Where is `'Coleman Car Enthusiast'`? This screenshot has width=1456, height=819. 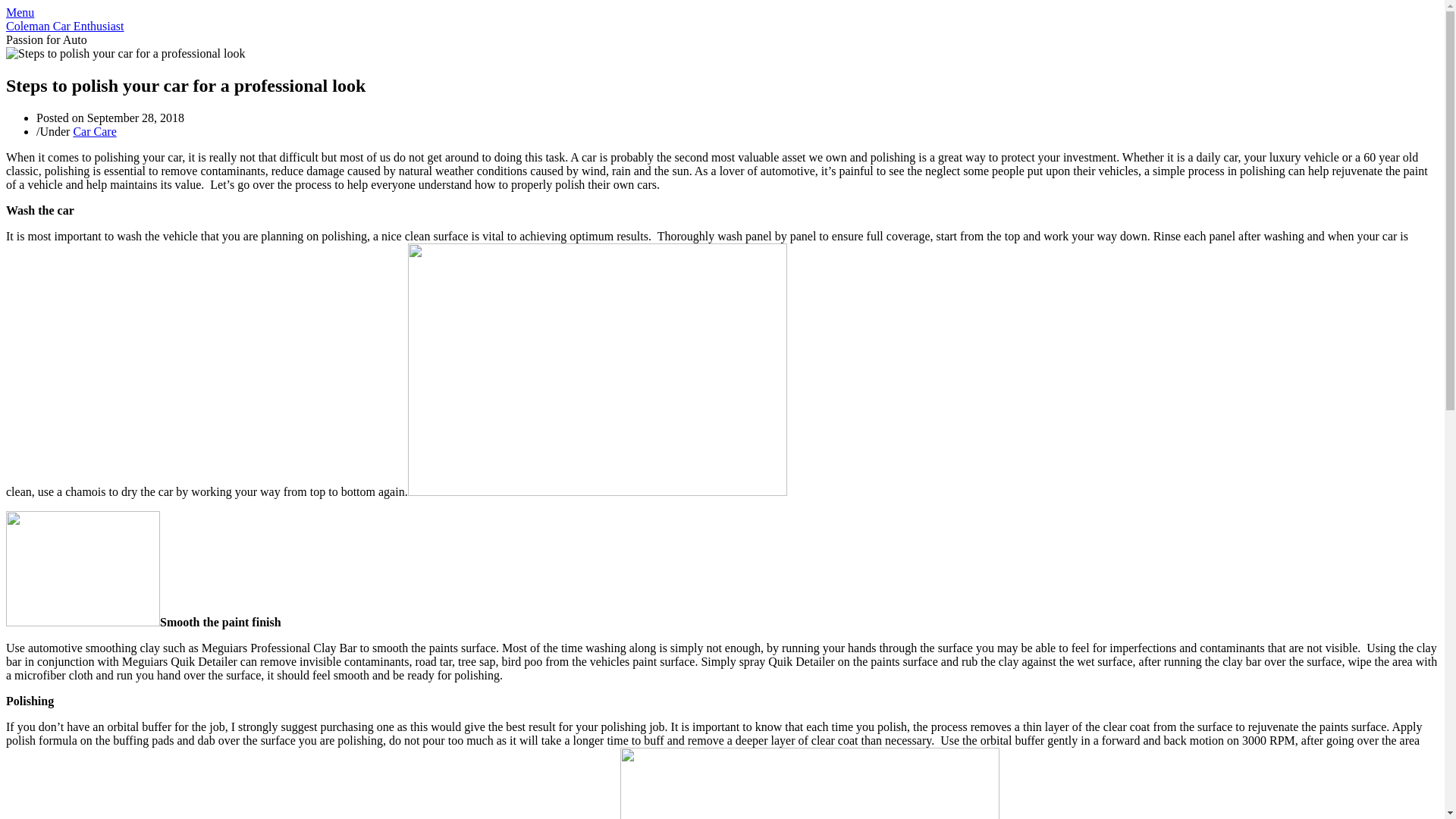
'Coleman Car Enthusiast' is located at coordinates (6, 26).